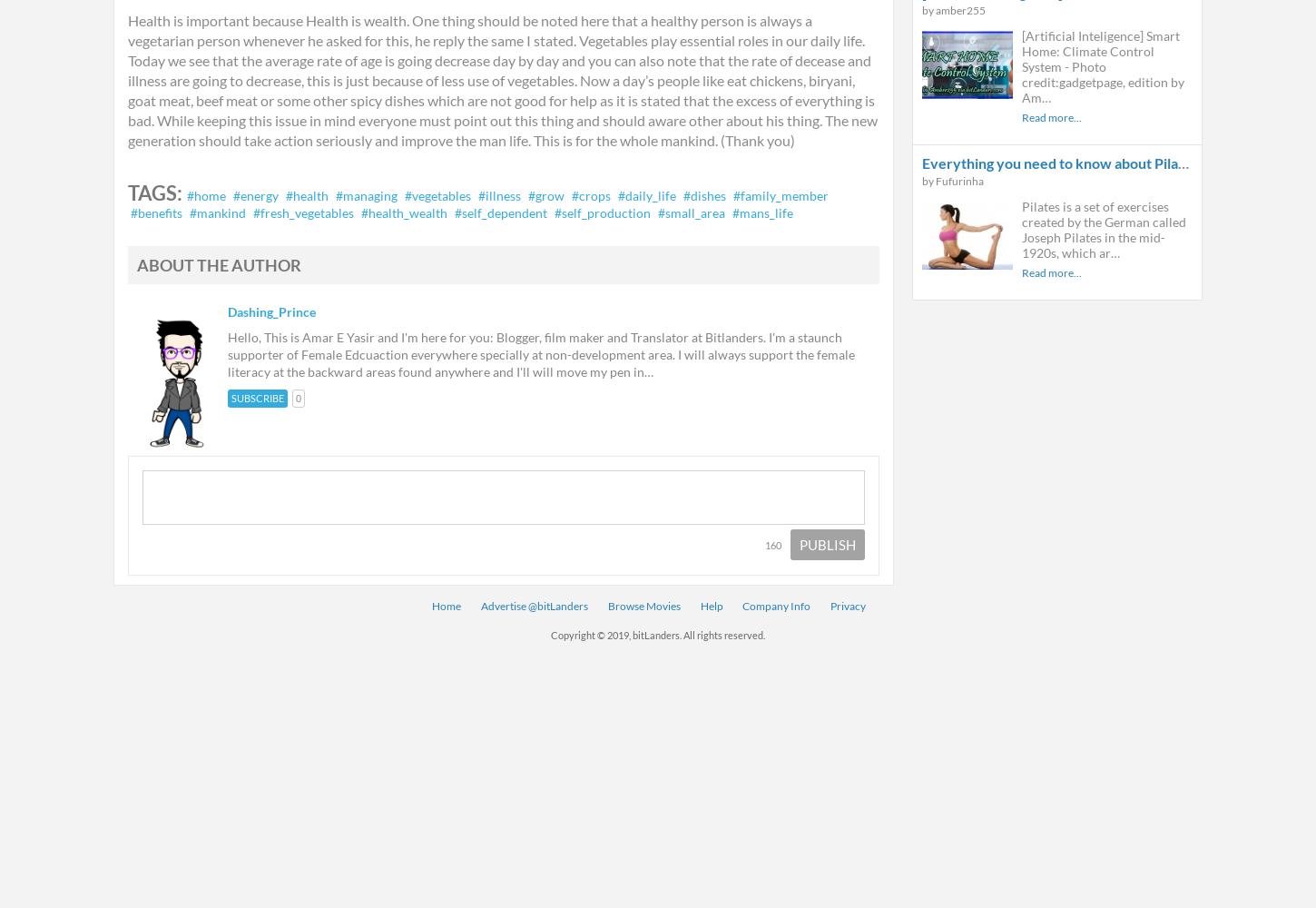  What do you see at coordinates (188, 212) in the screenshot?
I see `'#mankind'` at bounding box center [188, 212].